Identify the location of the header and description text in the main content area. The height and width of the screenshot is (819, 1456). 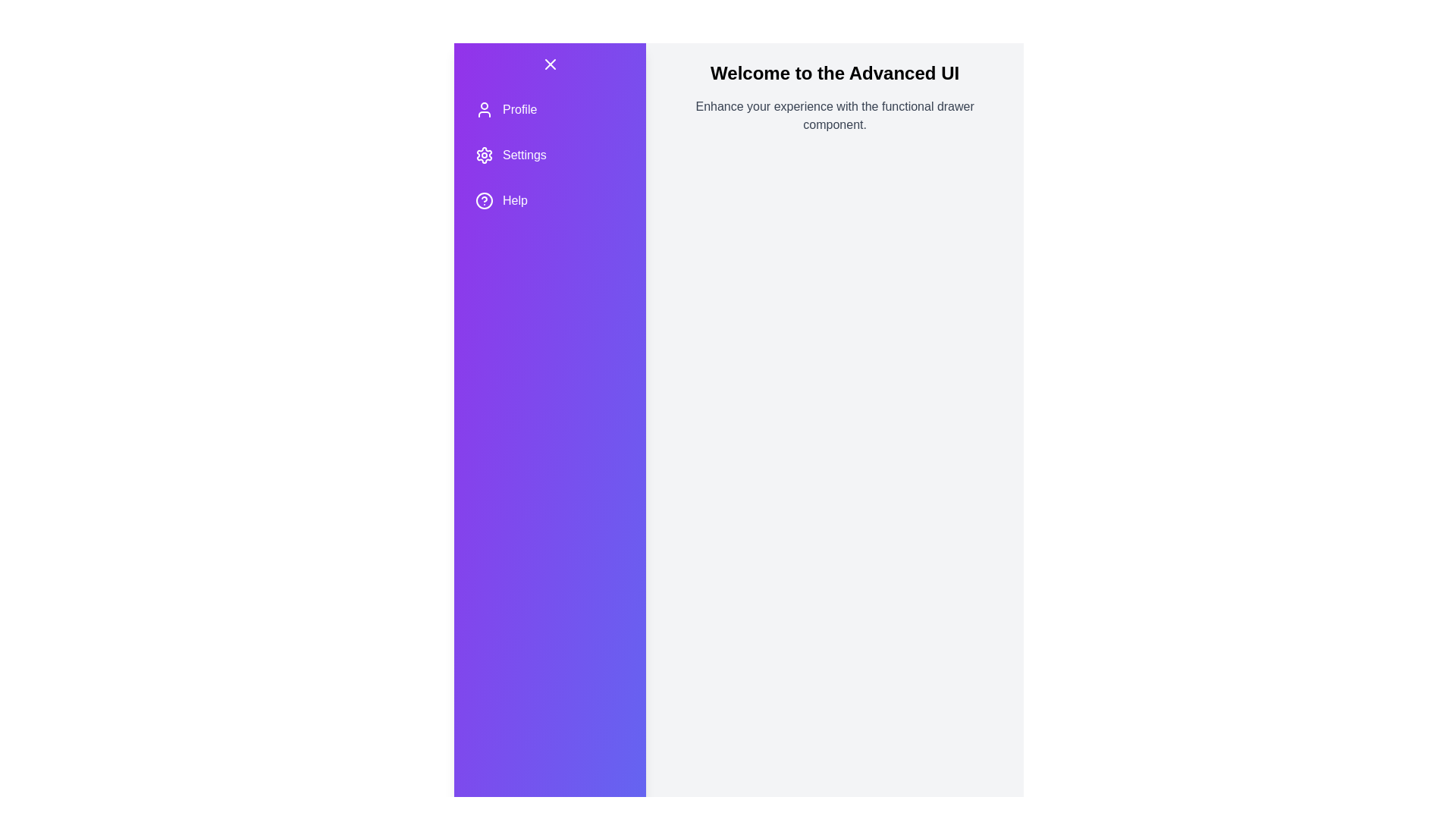
(833, 73).